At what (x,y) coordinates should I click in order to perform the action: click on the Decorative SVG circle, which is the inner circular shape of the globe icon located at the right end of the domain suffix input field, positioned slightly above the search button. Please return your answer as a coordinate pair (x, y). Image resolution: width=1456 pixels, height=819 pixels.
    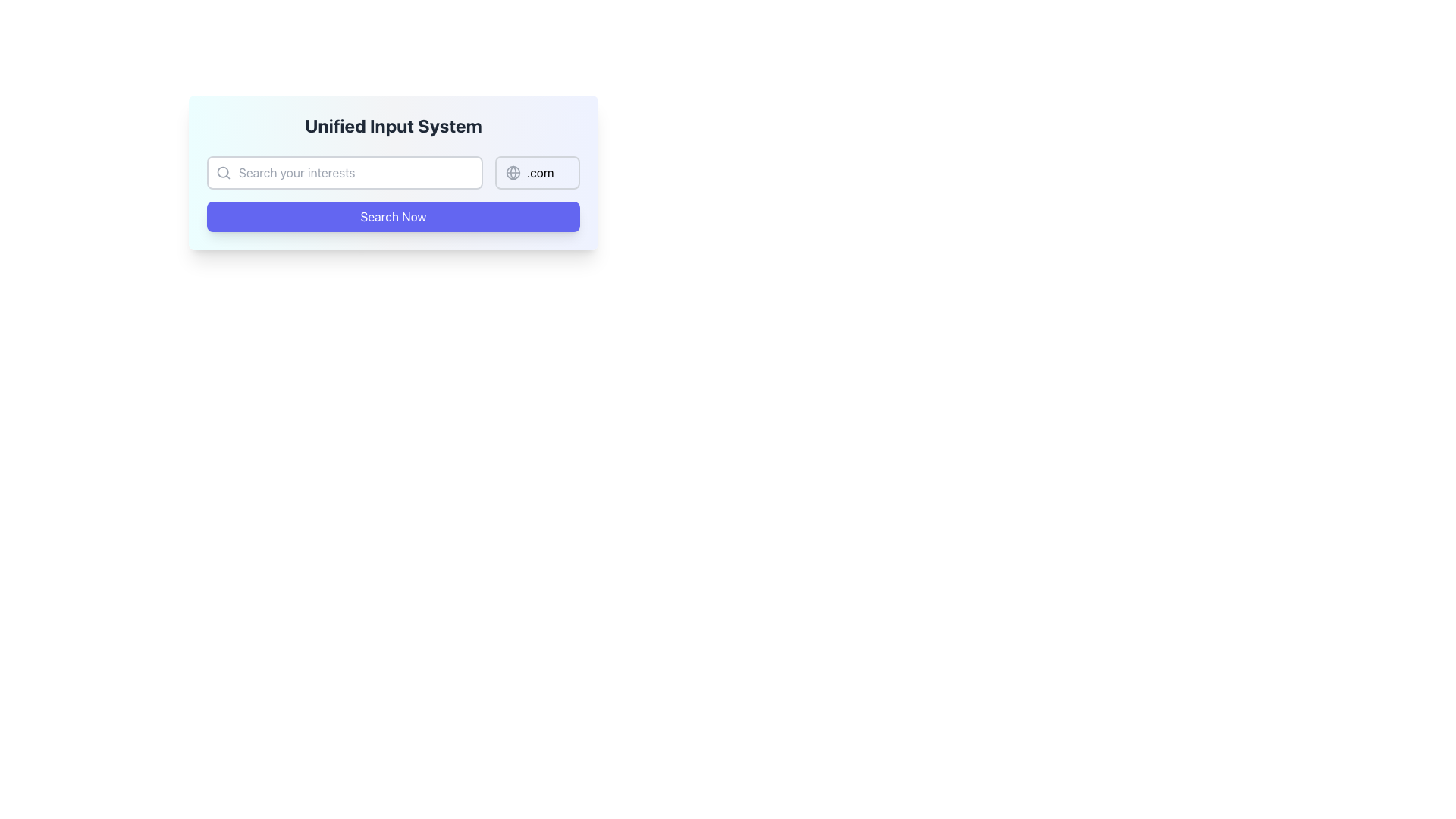
    Looking at the image, I should click on (513, 171).